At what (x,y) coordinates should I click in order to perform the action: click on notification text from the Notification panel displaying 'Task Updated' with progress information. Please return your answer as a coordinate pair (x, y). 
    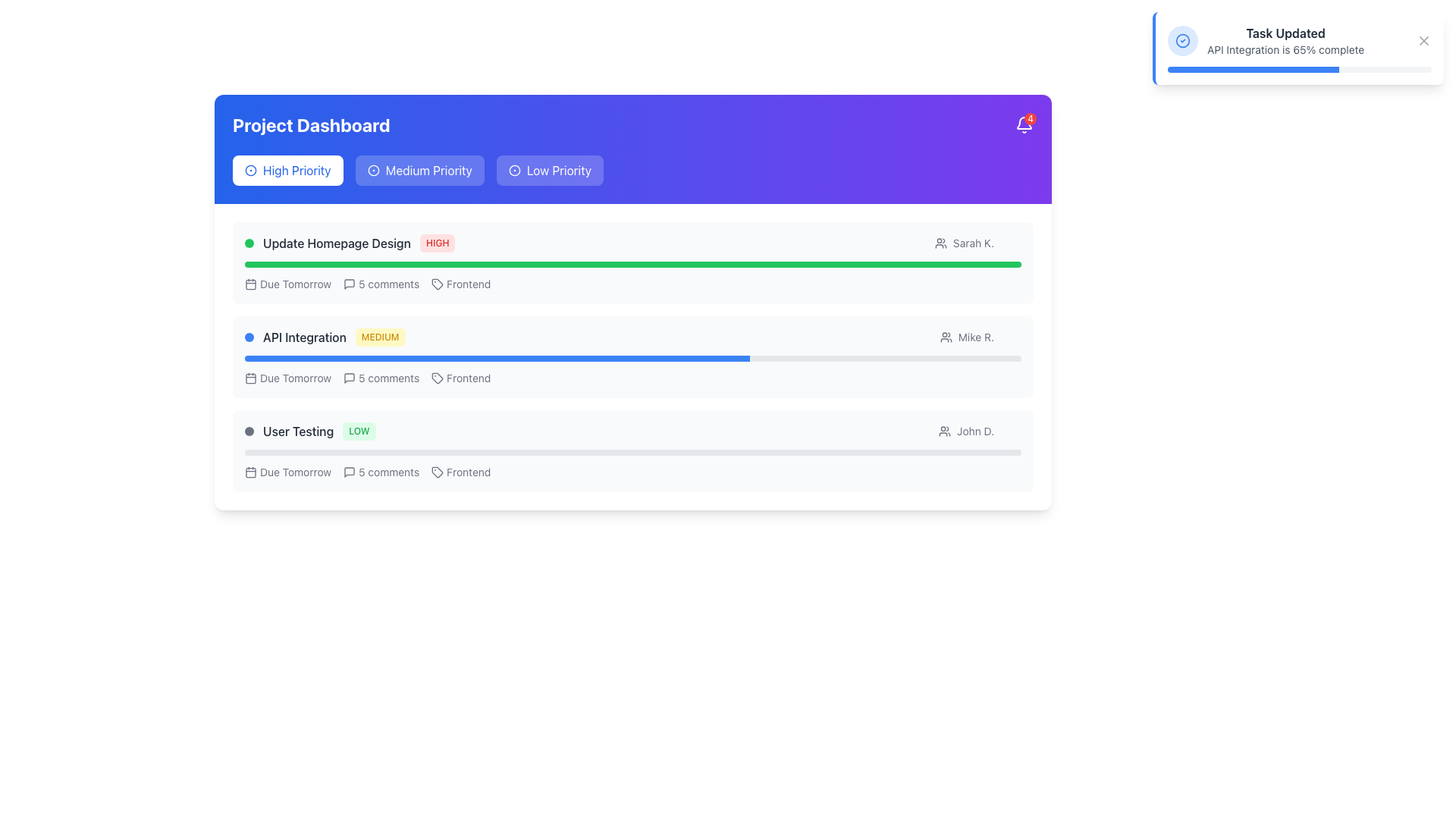
    Looking at the image, I should click on (1298, 48).